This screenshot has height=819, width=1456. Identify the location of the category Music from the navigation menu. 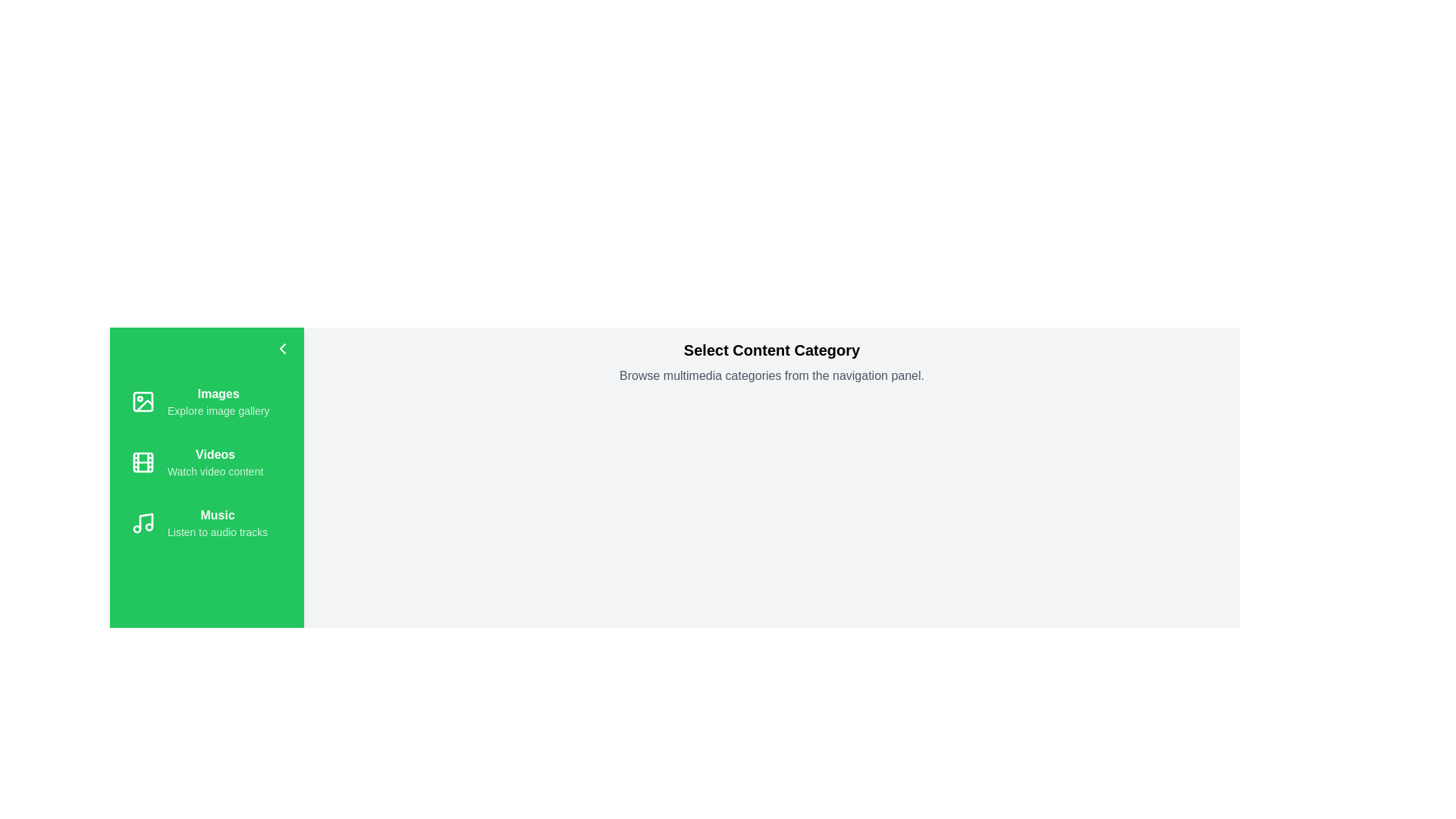
(206, 522).